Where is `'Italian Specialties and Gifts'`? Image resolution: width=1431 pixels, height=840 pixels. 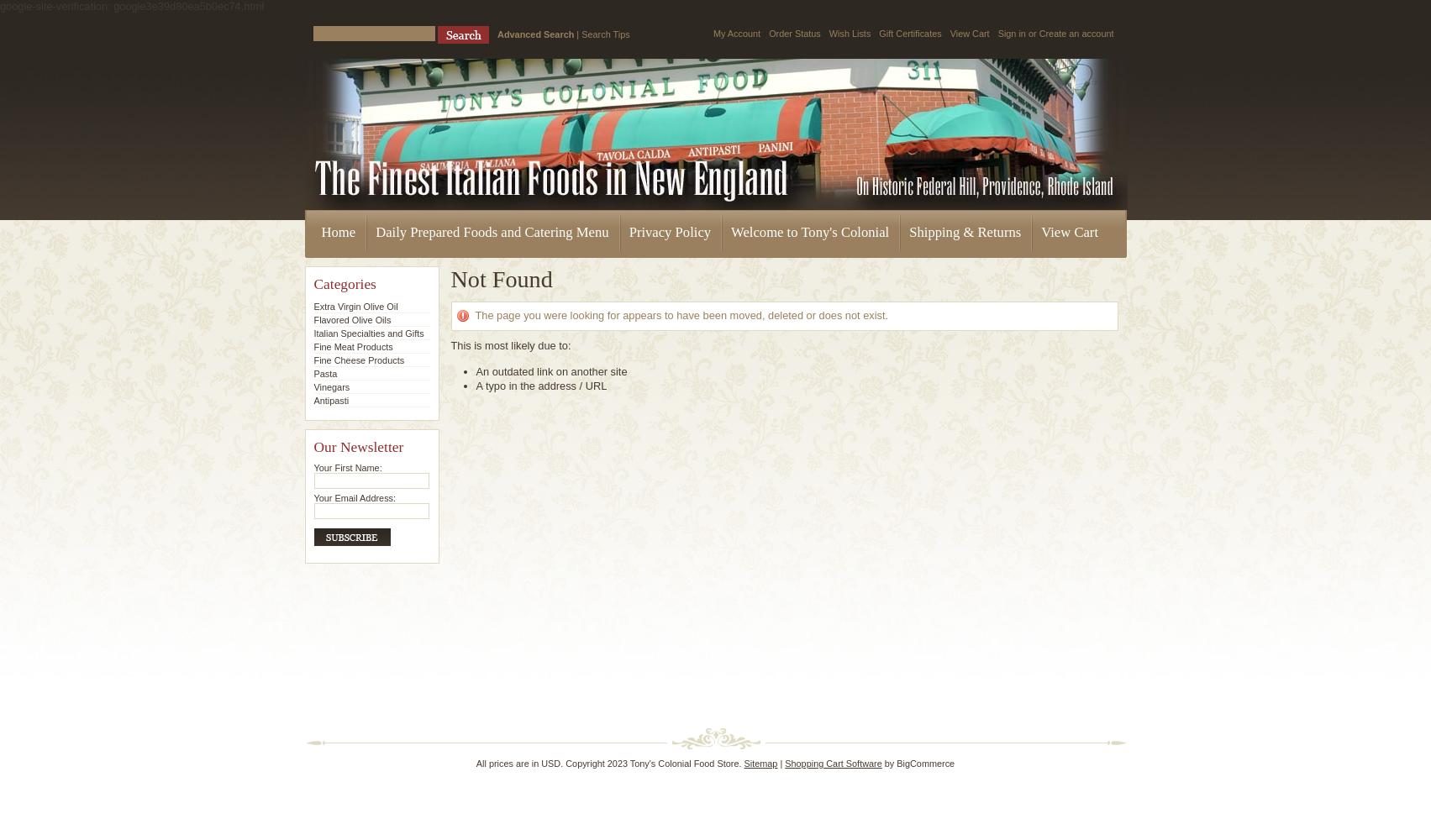
'Italian Specialties and Gifts' is located at coordinates (368, 333).